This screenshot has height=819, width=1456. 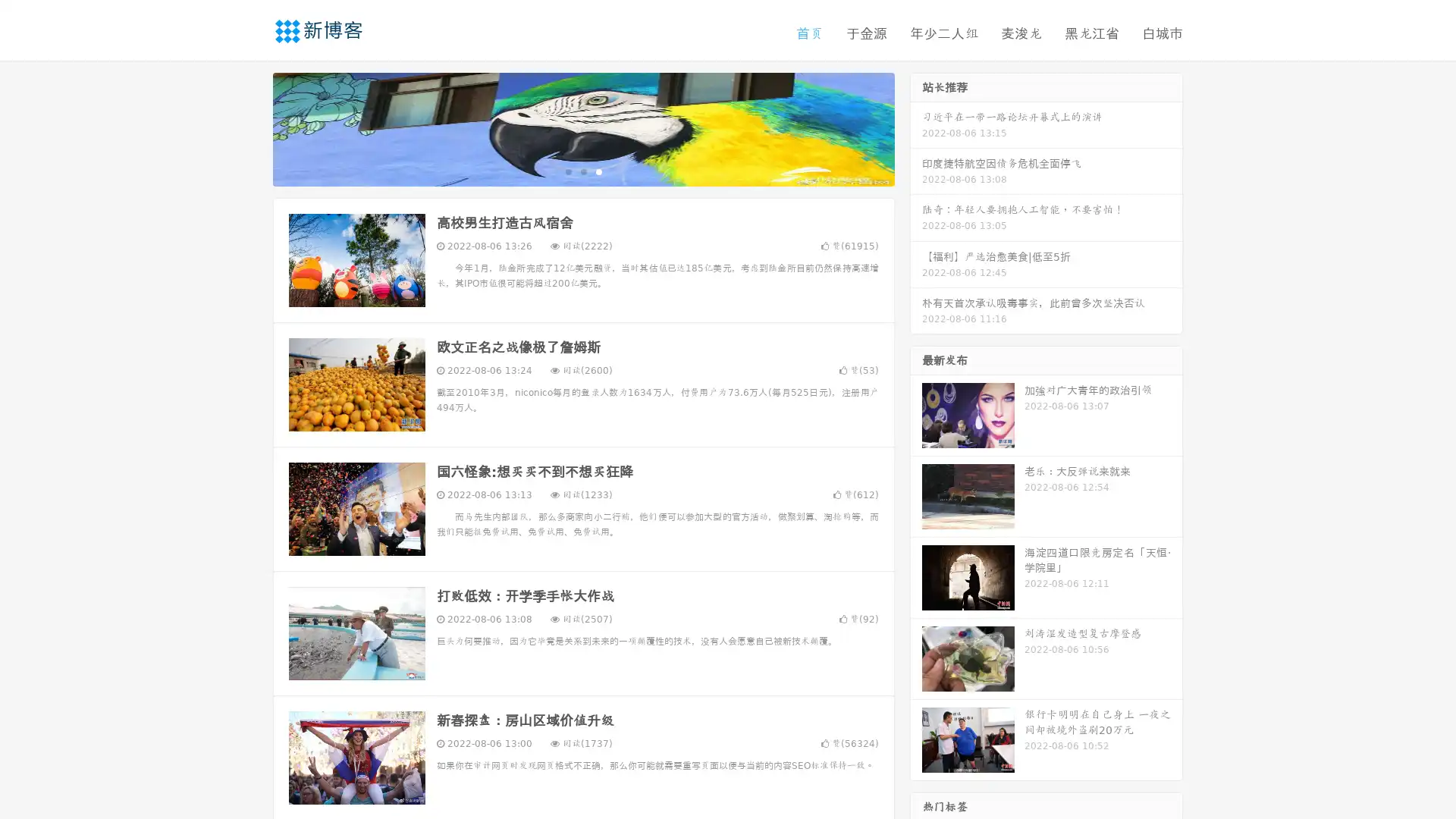 I want to click on Go to slide 3, so click(x=598, y=171).